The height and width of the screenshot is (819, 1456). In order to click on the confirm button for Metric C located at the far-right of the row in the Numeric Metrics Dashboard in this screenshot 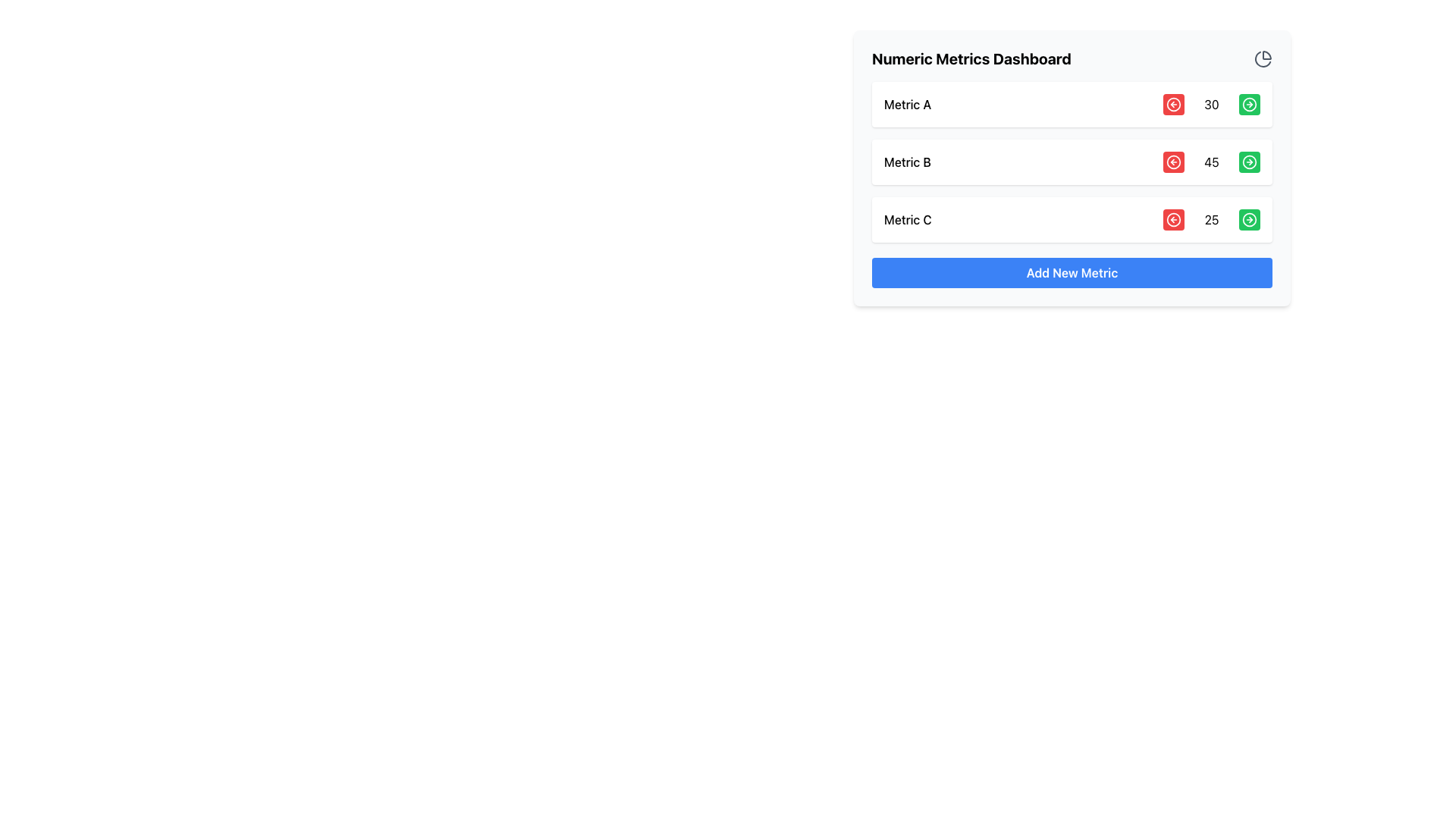, I will do `click(1249, 219)`.